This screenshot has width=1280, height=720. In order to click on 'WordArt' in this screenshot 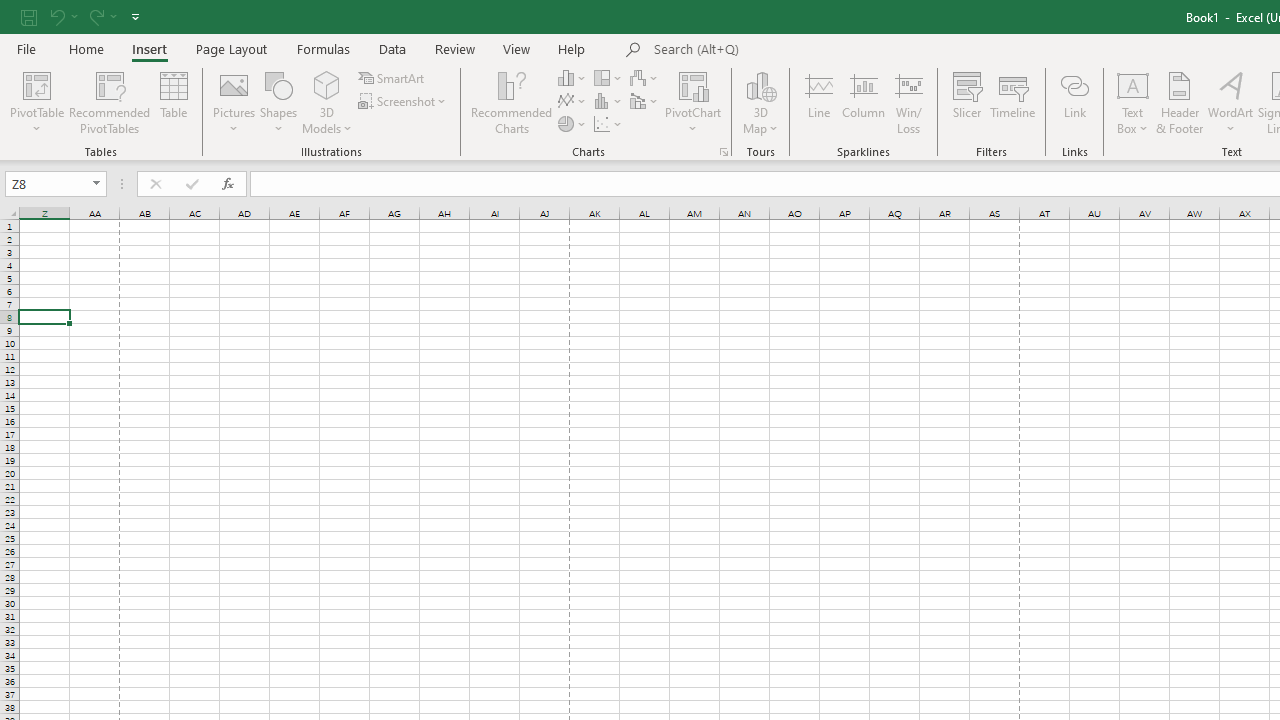, I will do `click(1229, 103)`.